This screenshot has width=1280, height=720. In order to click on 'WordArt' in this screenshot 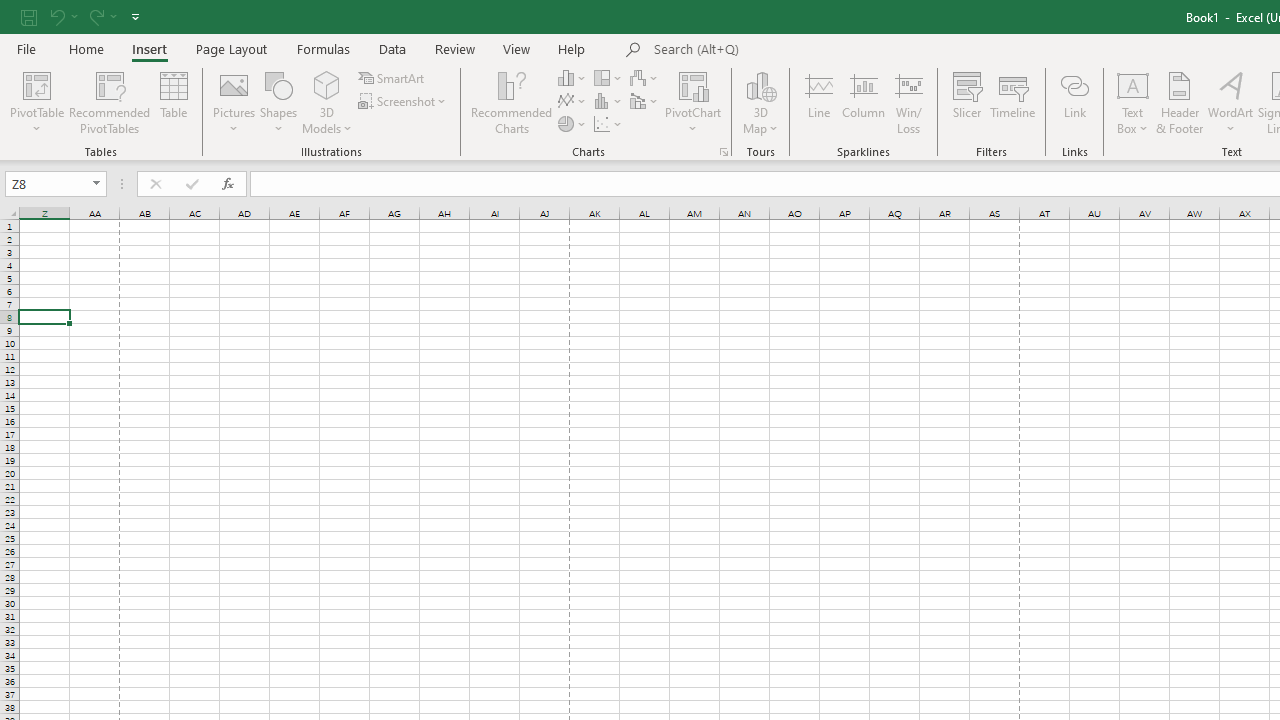, I will do `click(1229, 103)`.